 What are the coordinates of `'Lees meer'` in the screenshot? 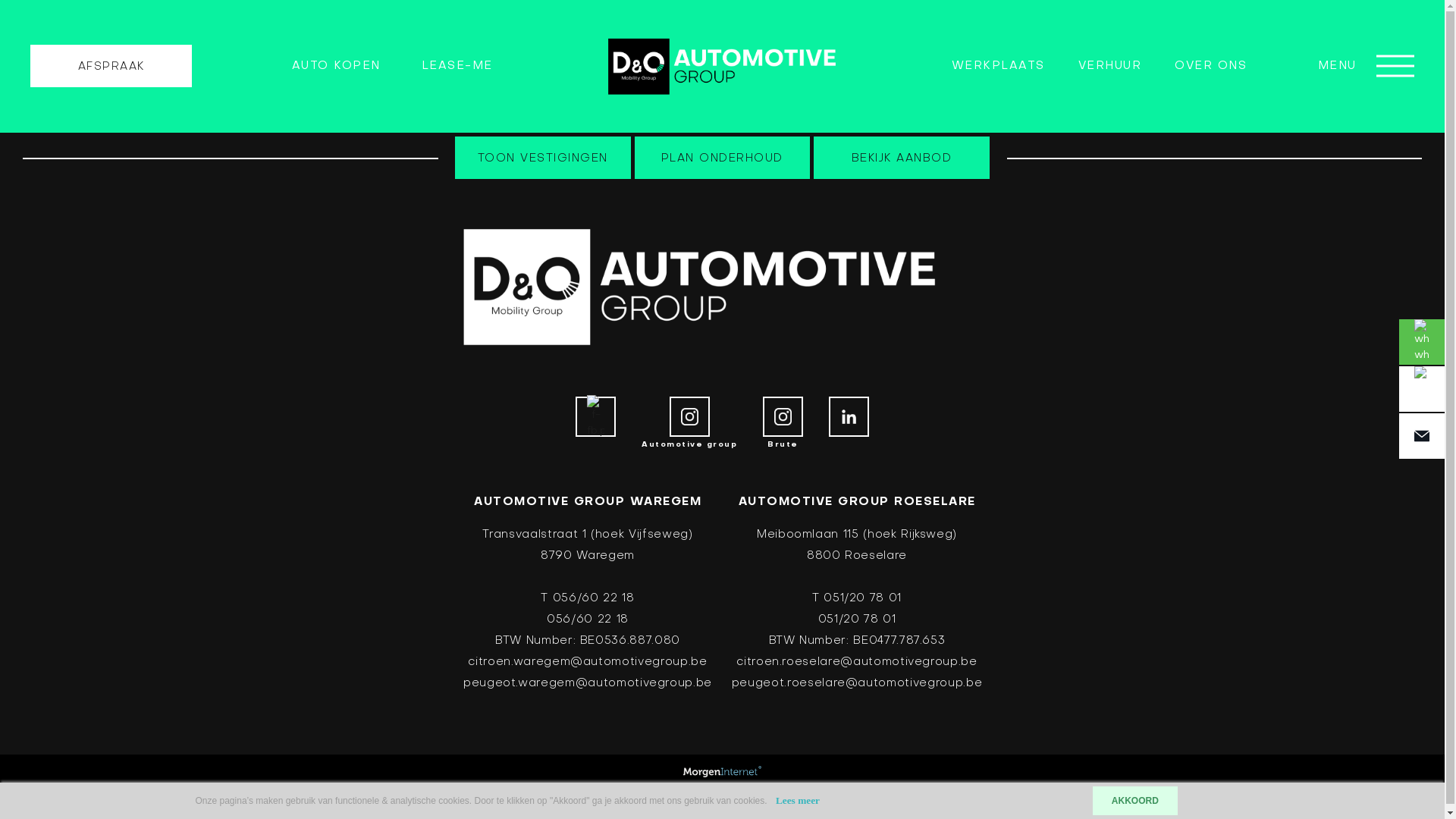 It's located at (796, 799).